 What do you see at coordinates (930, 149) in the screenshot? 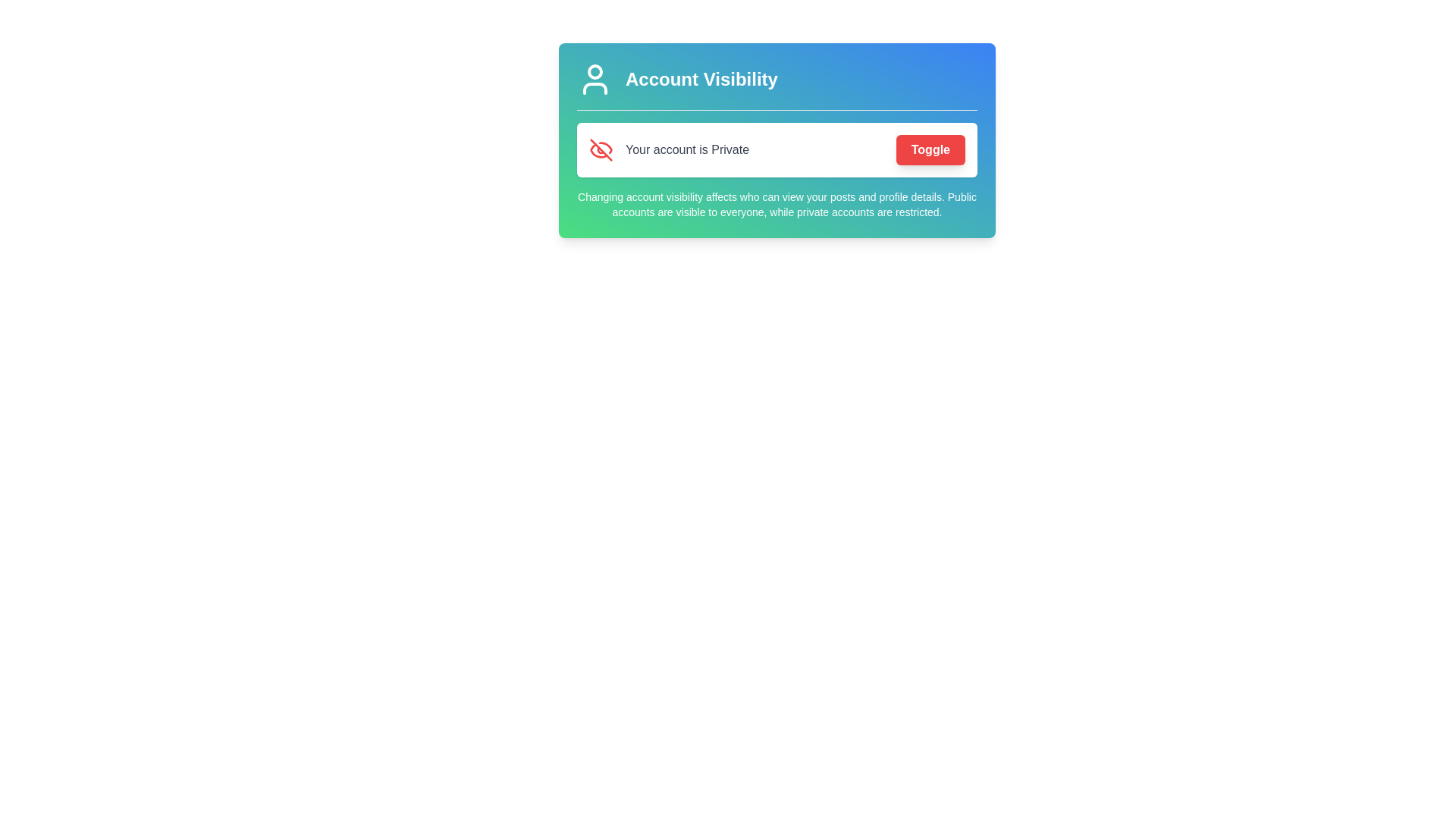
I see `the button located to the right of the text 'Your account is Private' within the 'Account Visibility' panel` at bounding box center [930, 149].